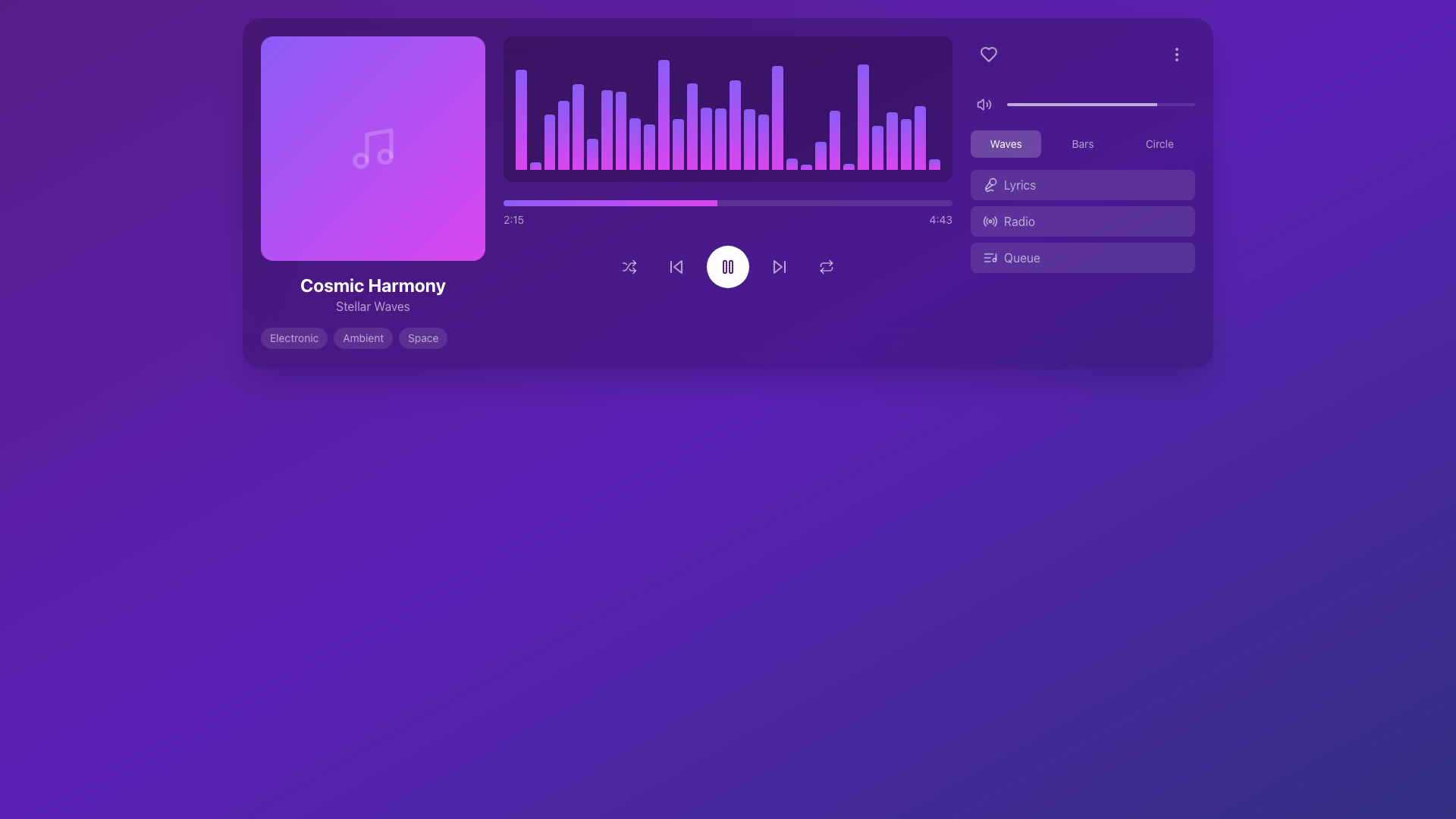 The height and width of the screenshot is (819, 1456). Describe the element at coordinates (566, 202) in the screenshot. I see `the progress bar value` at that location.